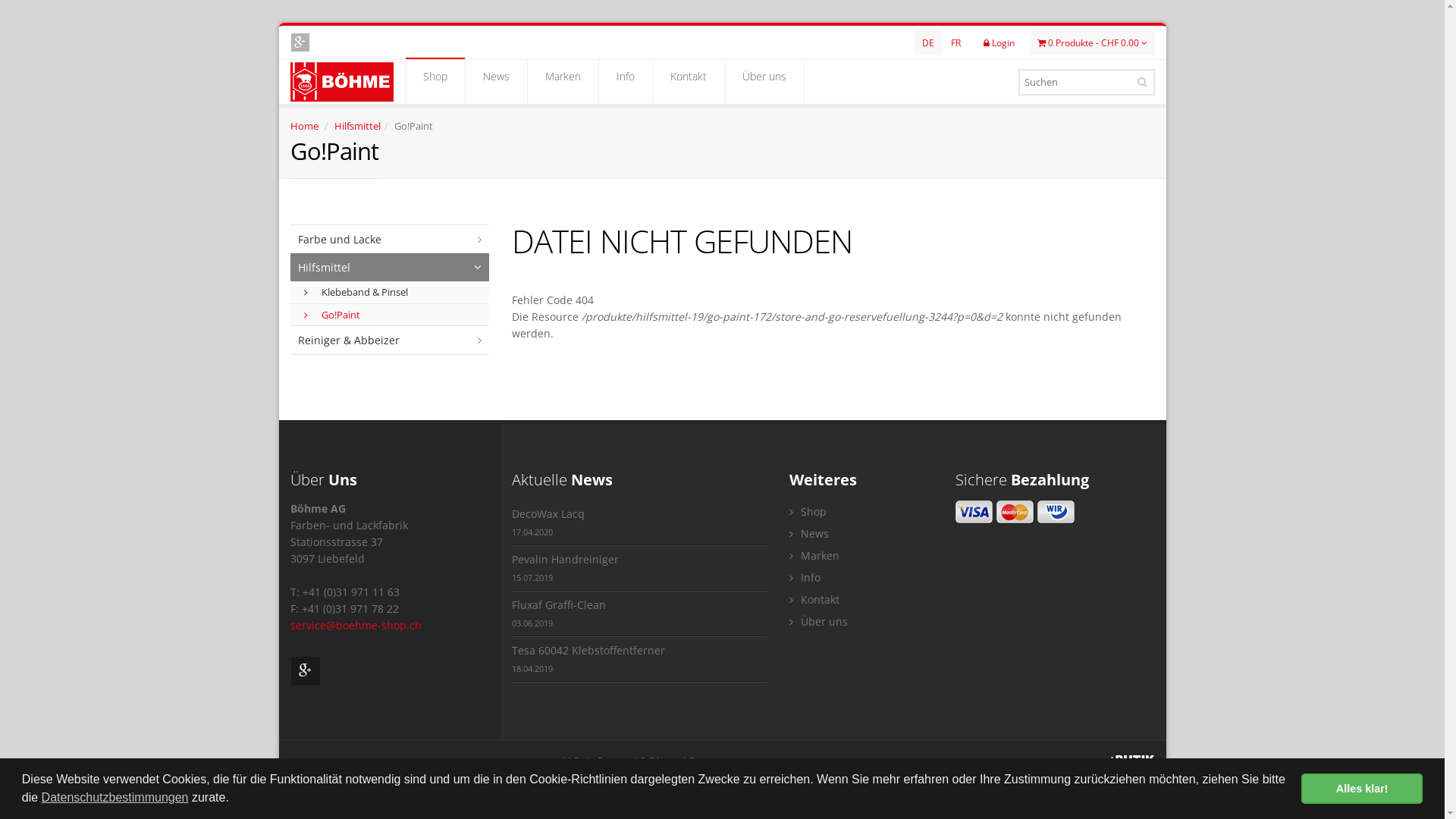 The height and width of the screenshot is (819, 1456). What do you see at coordinates (302, 292) in the screenshot?
I see `'Klebeband & Pinsel'` at bounding box center [302, 292].